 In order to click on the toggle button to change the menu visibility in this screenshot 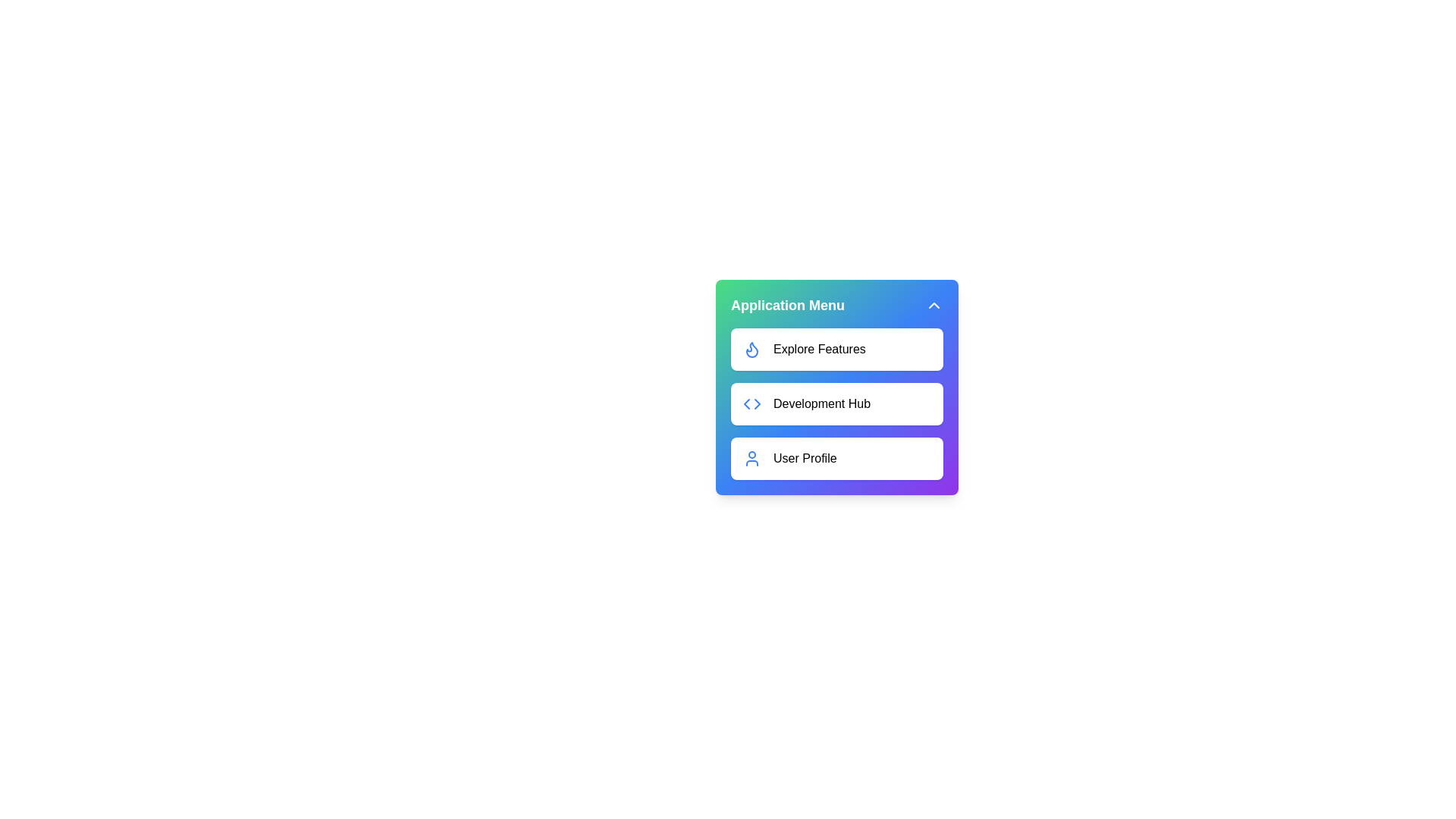, I will do `click(934, 305)`.